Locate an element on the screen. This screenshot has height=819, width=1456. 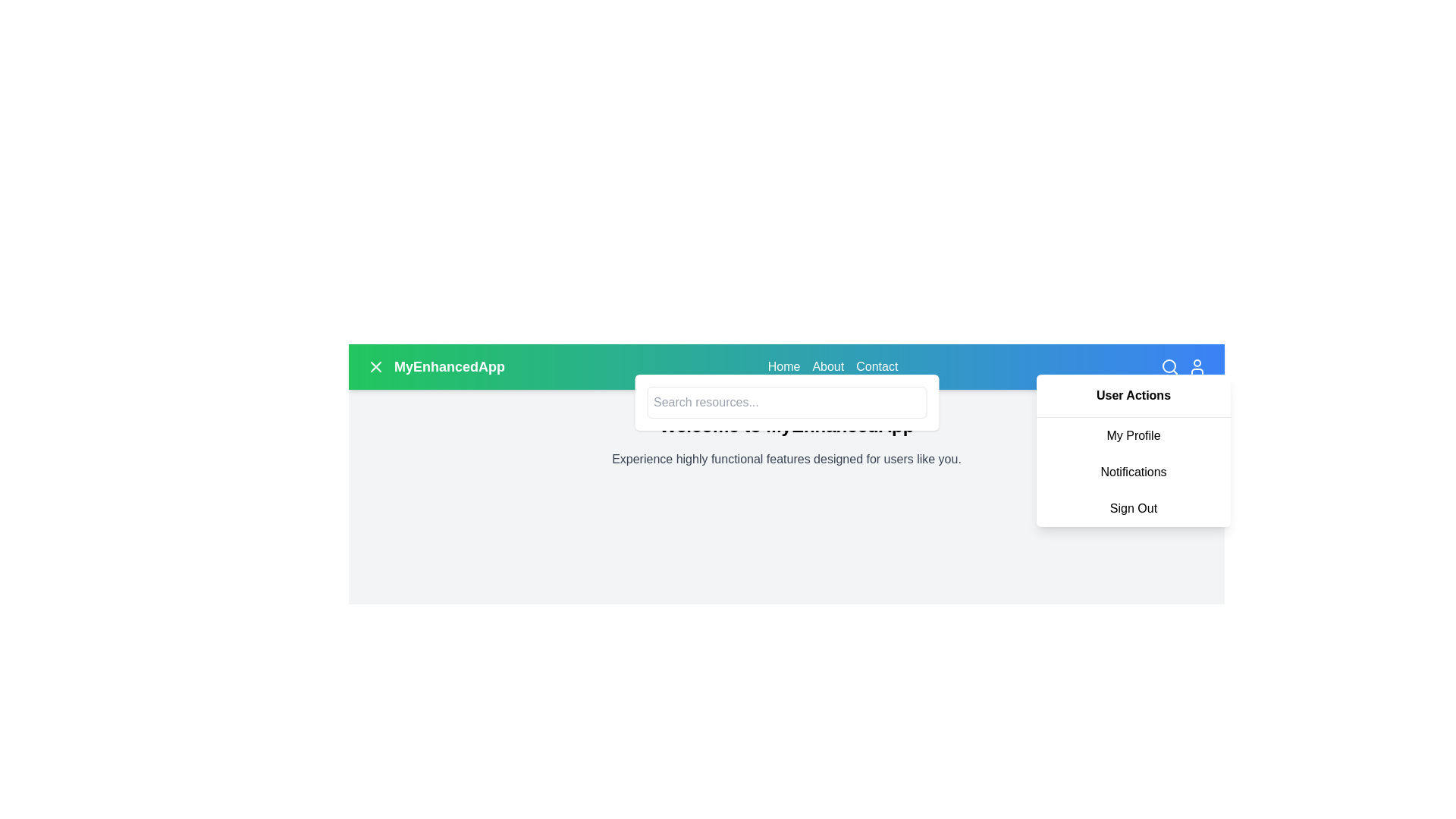
the 'Contact' text link in the navigation bar, which is the third item from the left and displays an interactive underline effect on hover is located at coordinates (877, 366).